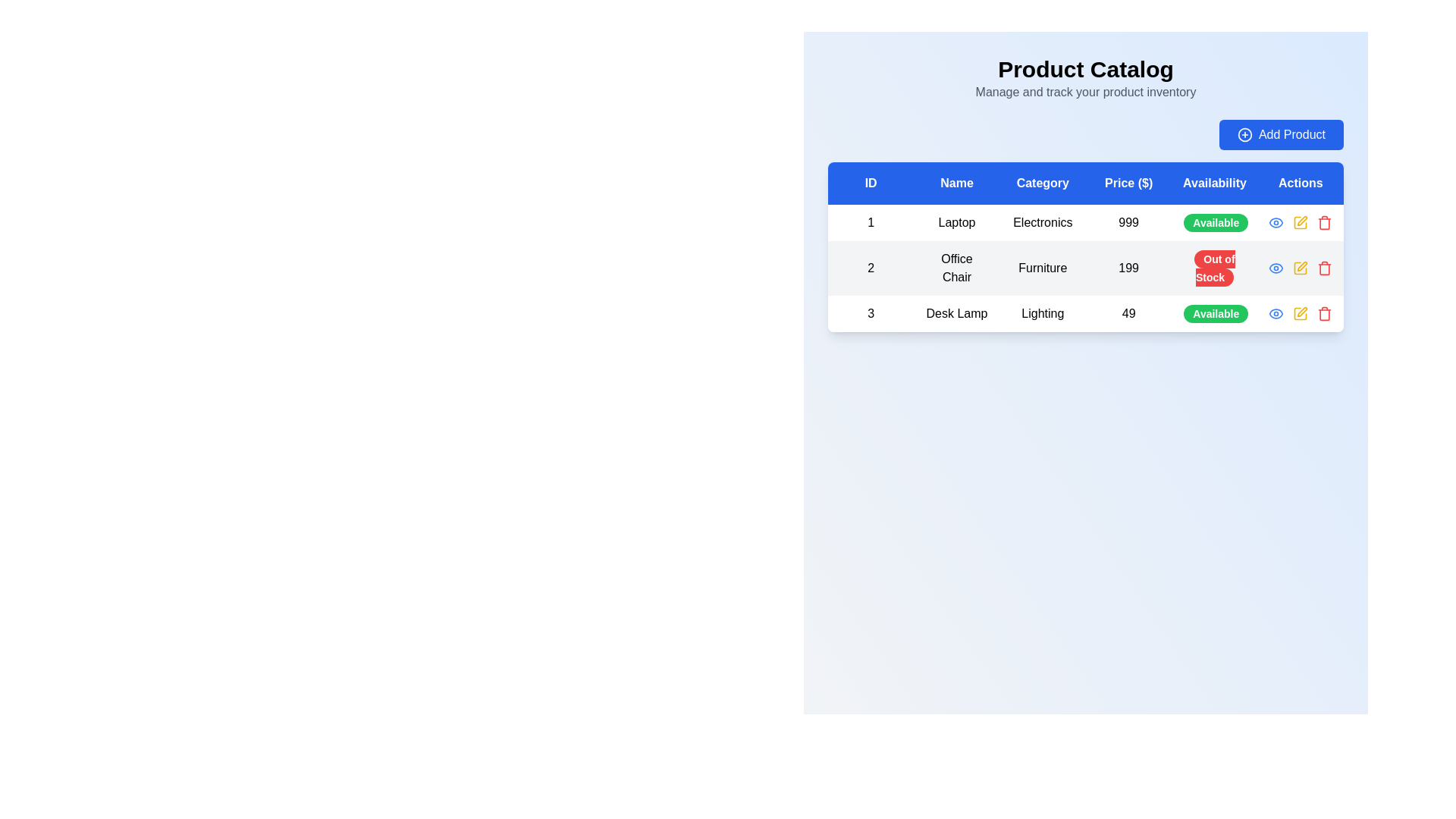 Image resolution: width=1456 pixels, height=819 pixels. What do you see at coordinates (1300, 268) in the screenshot?
I see `the edit button icon in the Actions column of the second row of the table` at bounding box center [1300, 268].